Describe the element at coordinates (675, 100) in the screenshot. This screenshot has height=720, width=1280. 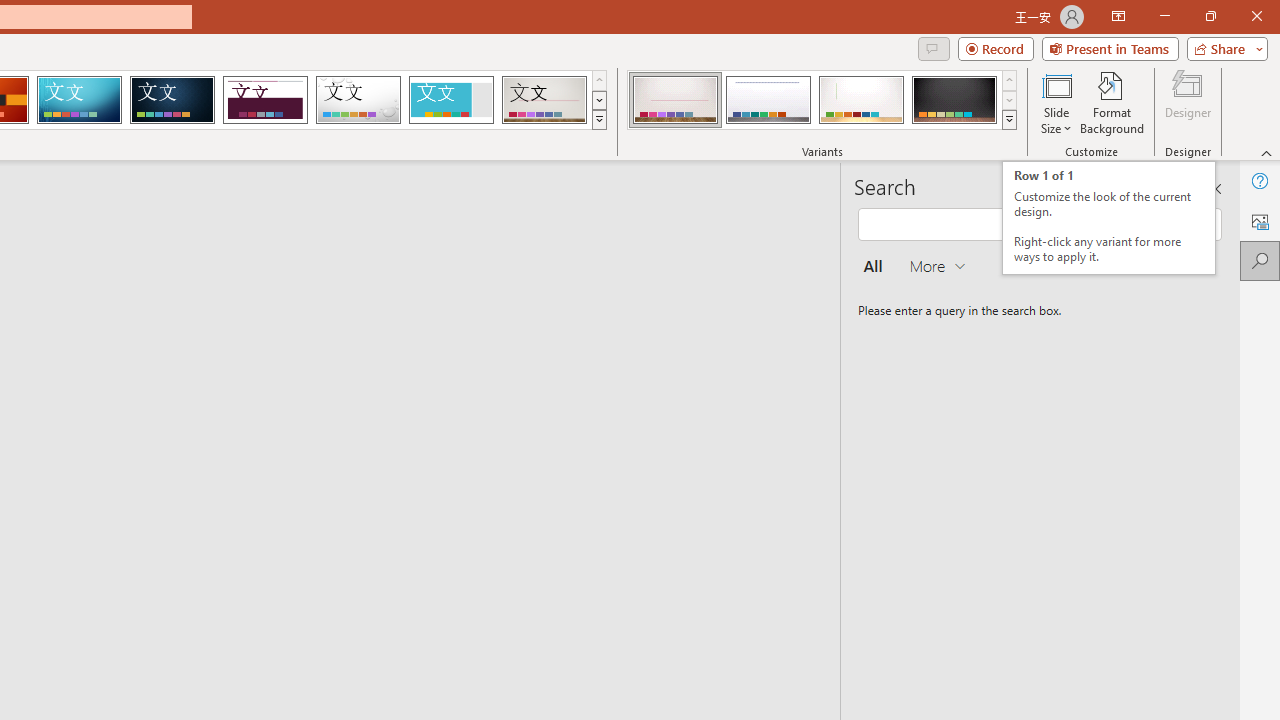
I see `'Gallery Variant 1'` at that location.